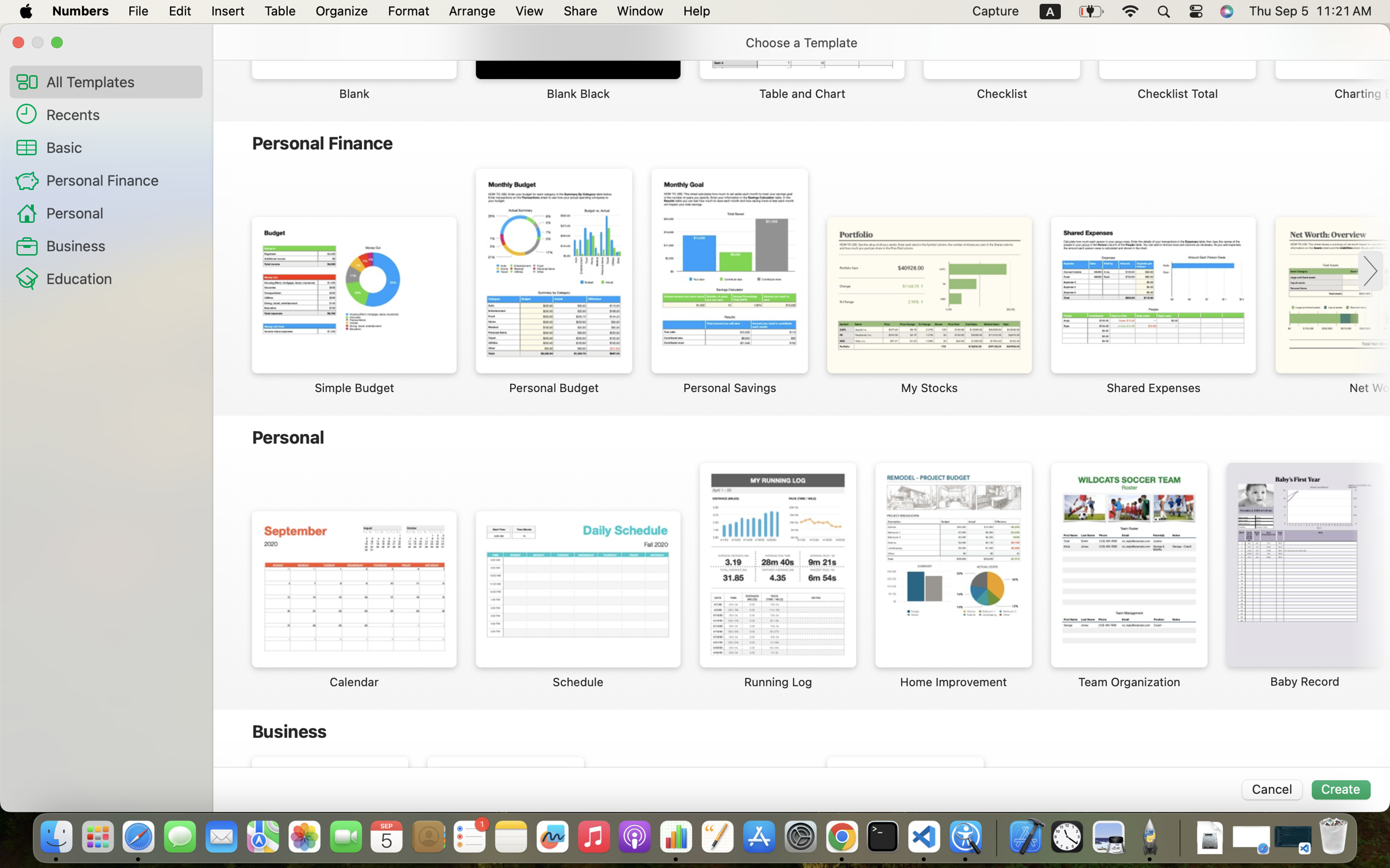 The height and width of the screenshot is (868, 1390). Describe the element at coordinates (119, 179) in the screenshot. I see `'Personal Finance'` at that location.